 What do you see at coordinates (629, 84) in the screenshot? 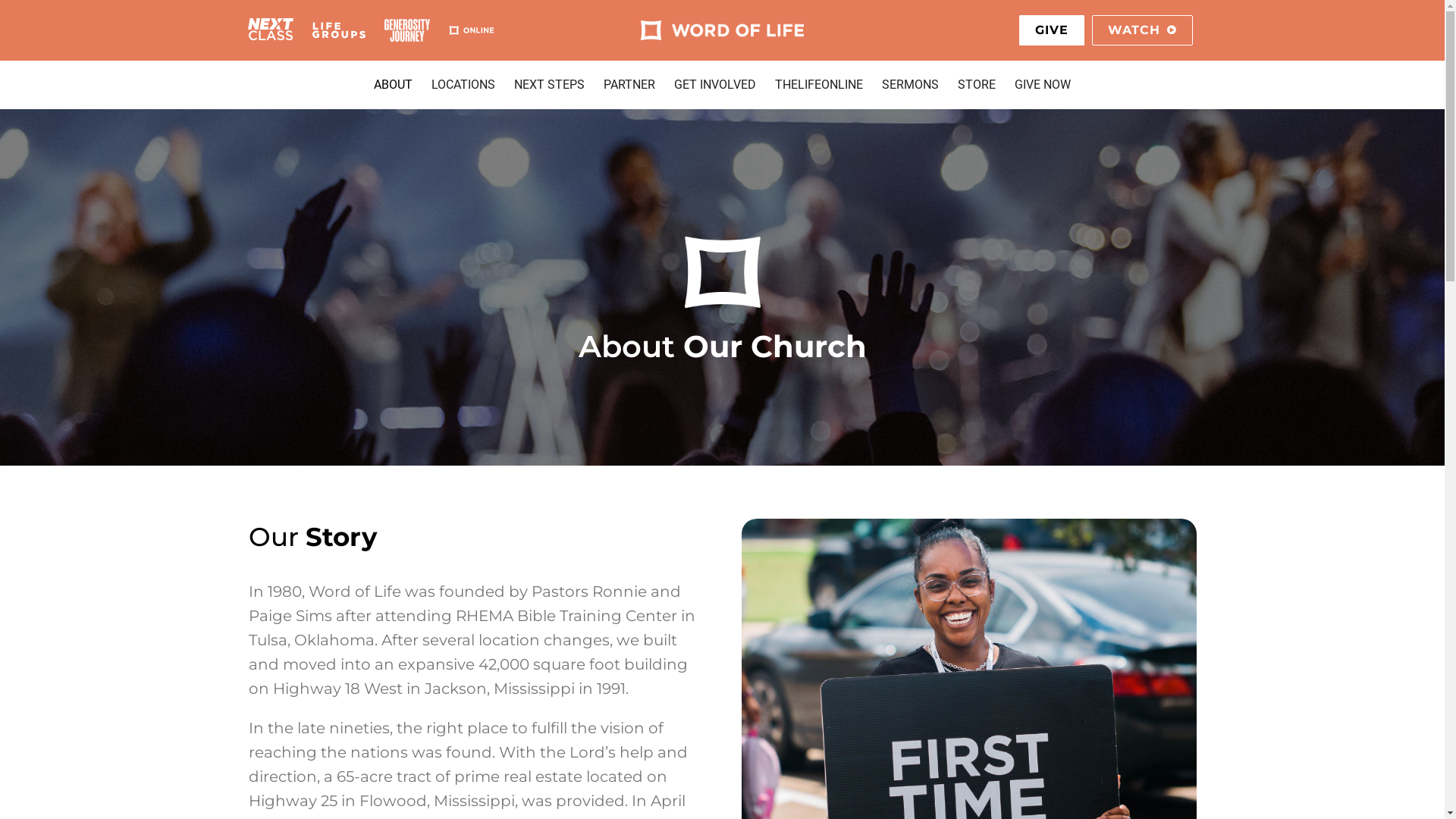
I see `'PARTNER'` at bounding box center [629, 84].